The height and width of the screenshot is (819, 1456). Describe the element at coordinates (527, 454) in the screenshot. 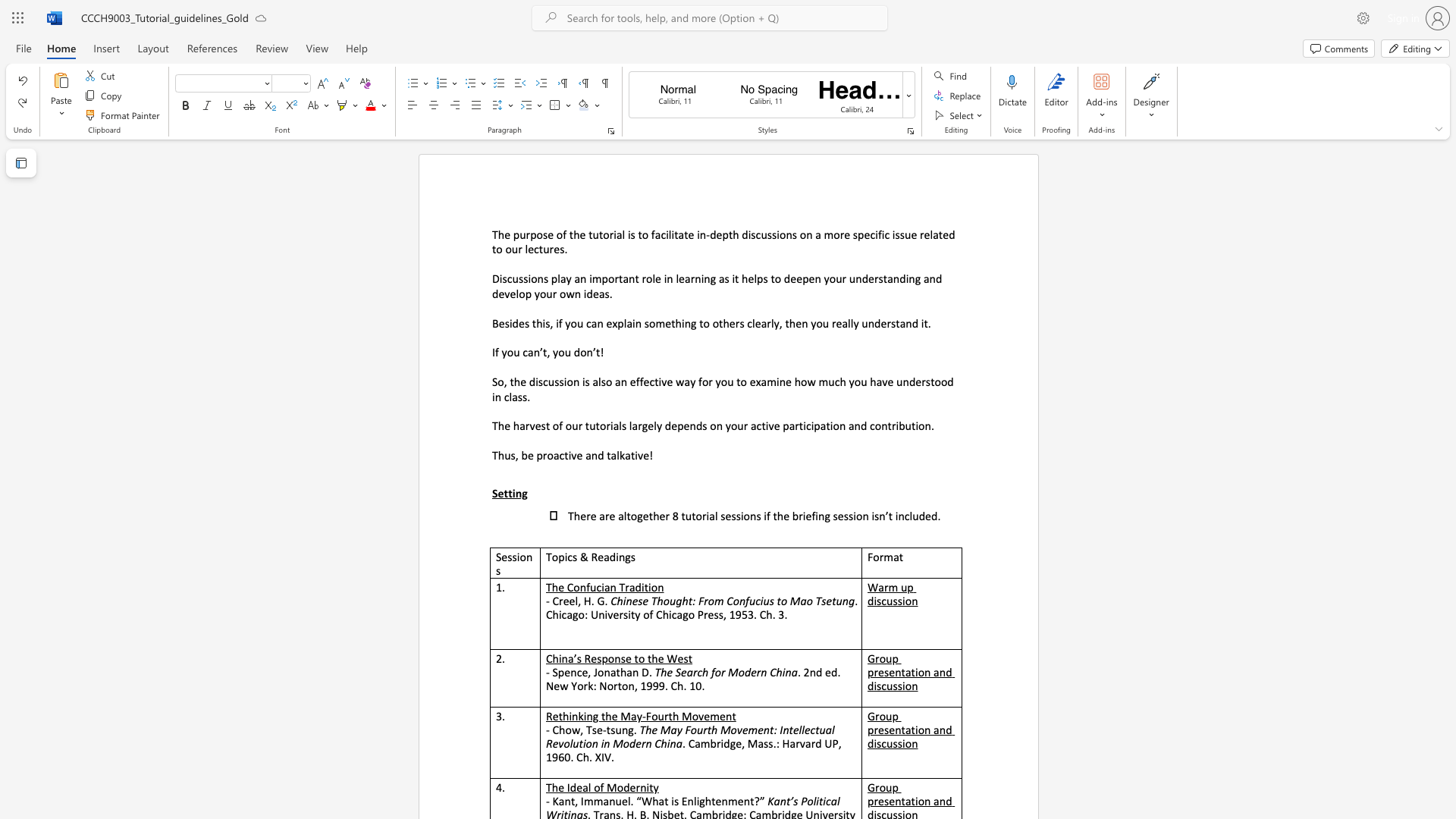

I see `the space between the continuous character "b" and "e" in the text` at that location.